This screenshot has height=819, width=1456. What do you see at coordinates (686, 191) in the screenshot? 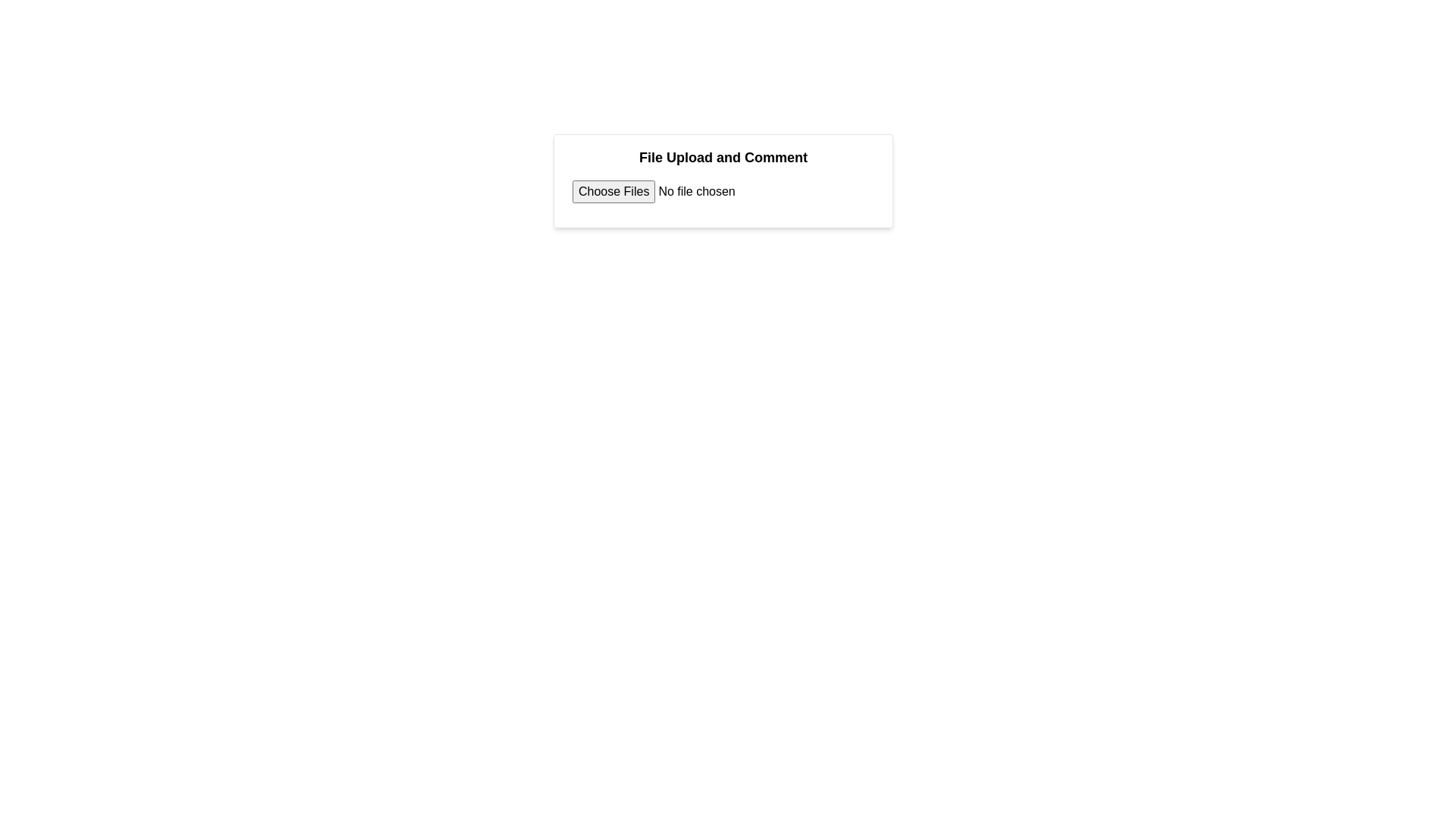
I see `the File input field located directly below the 'File Upload and Comment' header` at bounding box center [686, 191].